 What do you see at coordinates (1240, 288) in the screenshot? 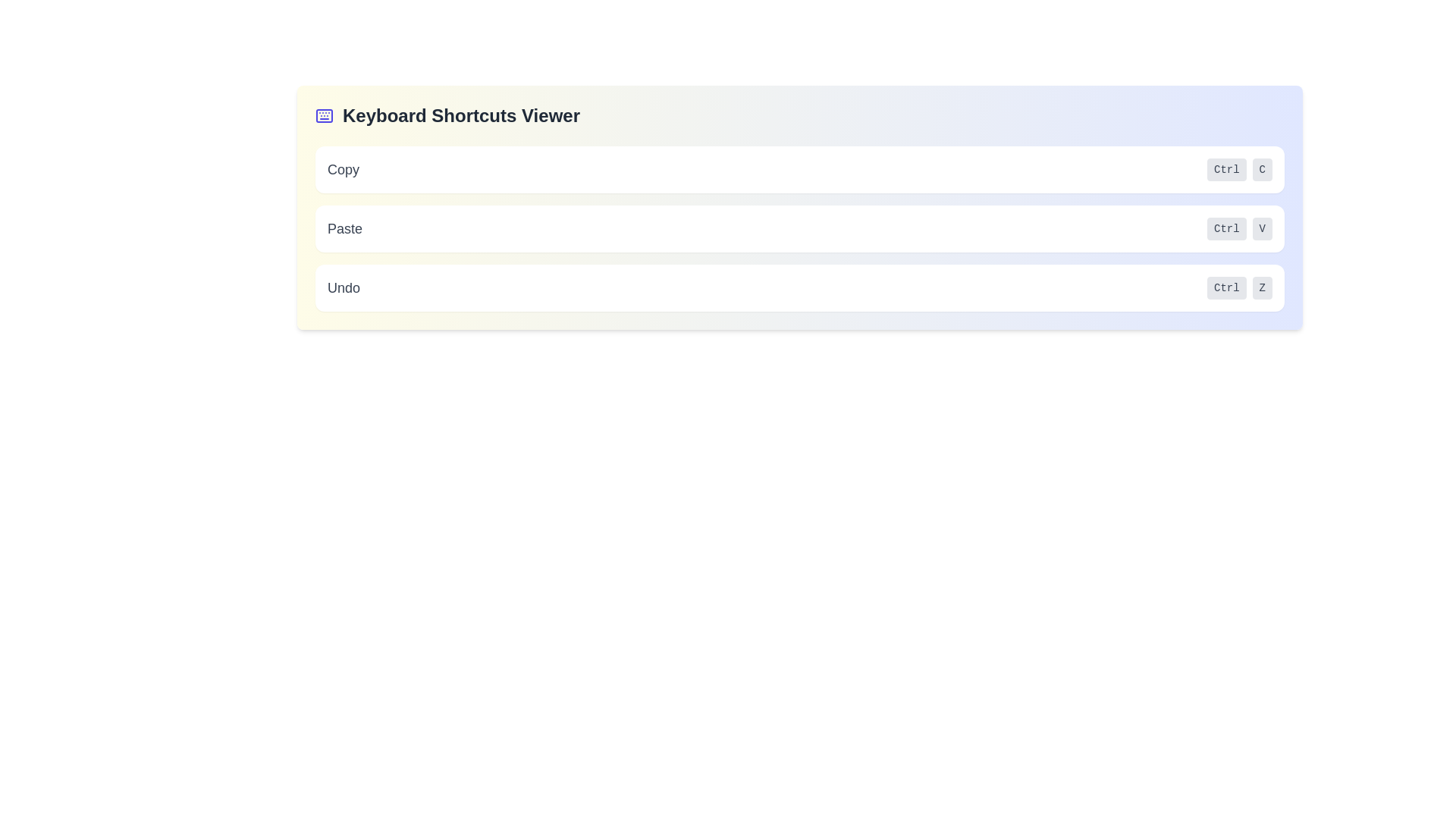
I see `the label displaying the keyboard shortcut 'Ctrl+Z' for the 'Undo' action, located on the rightmost side of the 'Undo' row in the keyboard shortcuts list` at bounding box center [1240, 288].